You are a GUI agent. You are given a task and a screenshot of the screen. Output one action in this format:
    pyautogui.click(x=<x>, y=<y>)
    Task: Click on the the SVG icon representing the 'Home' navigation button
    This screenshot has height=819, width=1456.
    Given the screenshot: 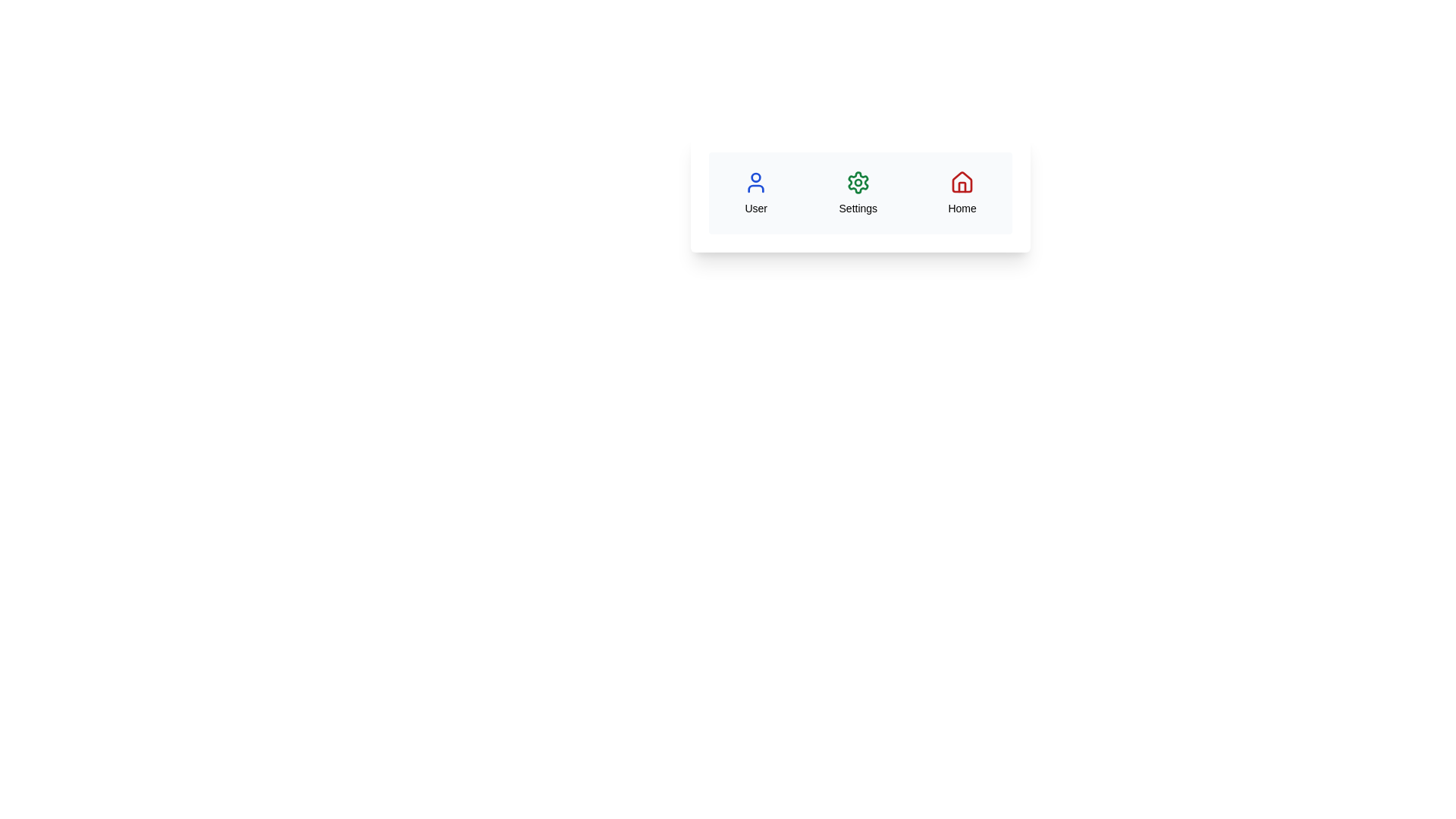 What is the action you would take?
    pyautogui.click(x=962, y=181)
    